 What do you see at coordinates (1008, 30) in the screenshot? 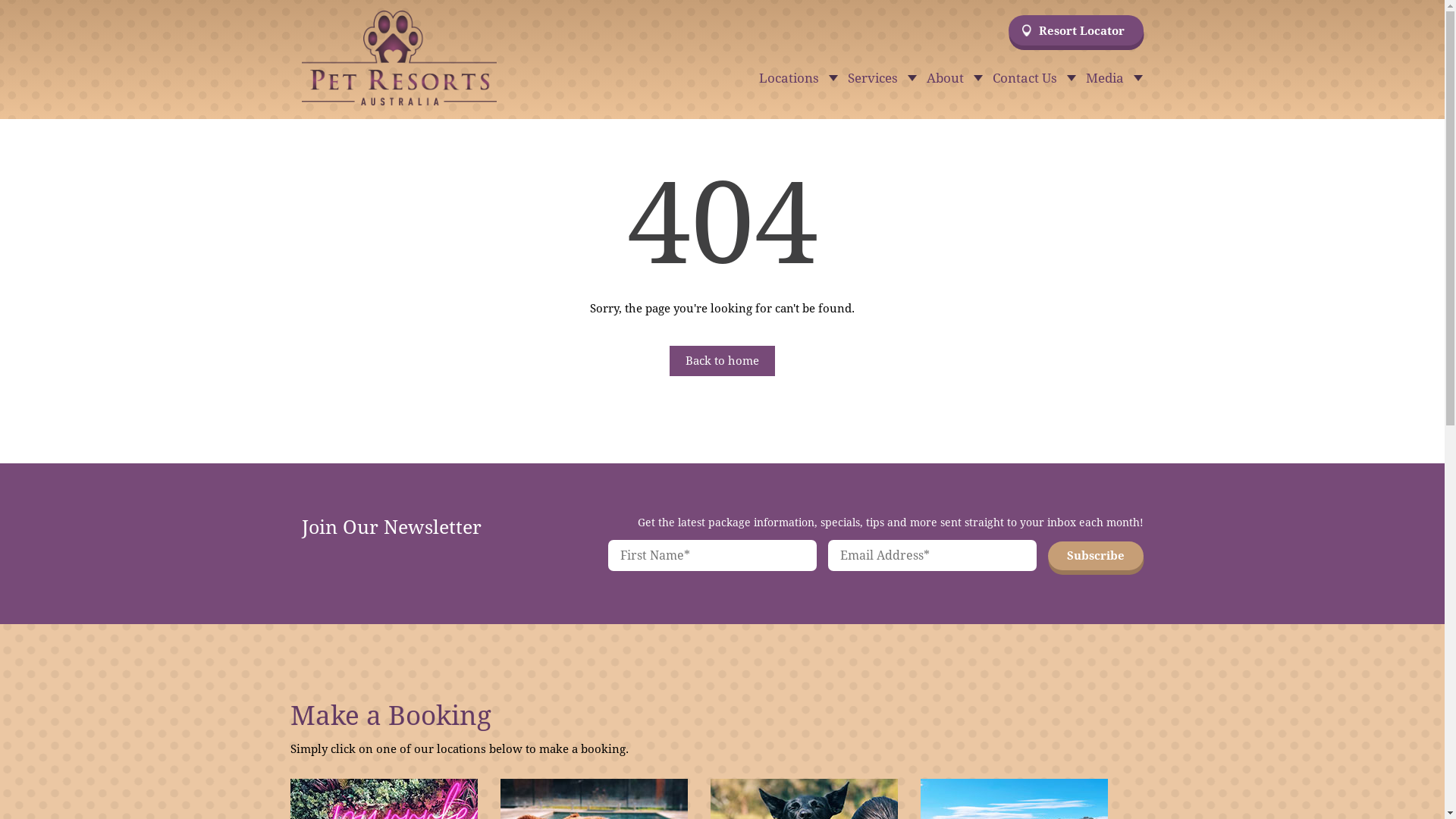
I see `'Resort Locator'` at bounding box center [1008, 30].